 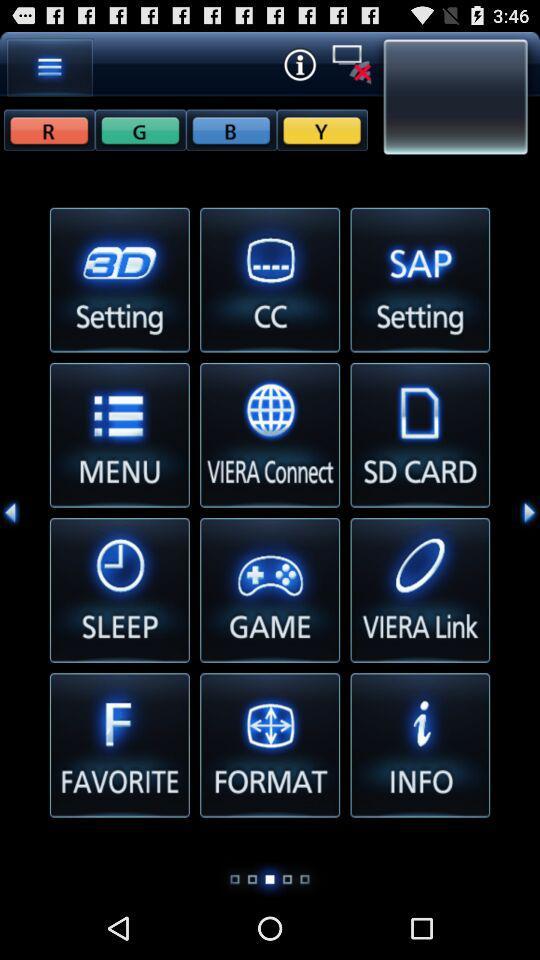 What do you see at coordinates (298, 68) in the screenshot?
I see `the info icon` at bounding box center [298, 68].